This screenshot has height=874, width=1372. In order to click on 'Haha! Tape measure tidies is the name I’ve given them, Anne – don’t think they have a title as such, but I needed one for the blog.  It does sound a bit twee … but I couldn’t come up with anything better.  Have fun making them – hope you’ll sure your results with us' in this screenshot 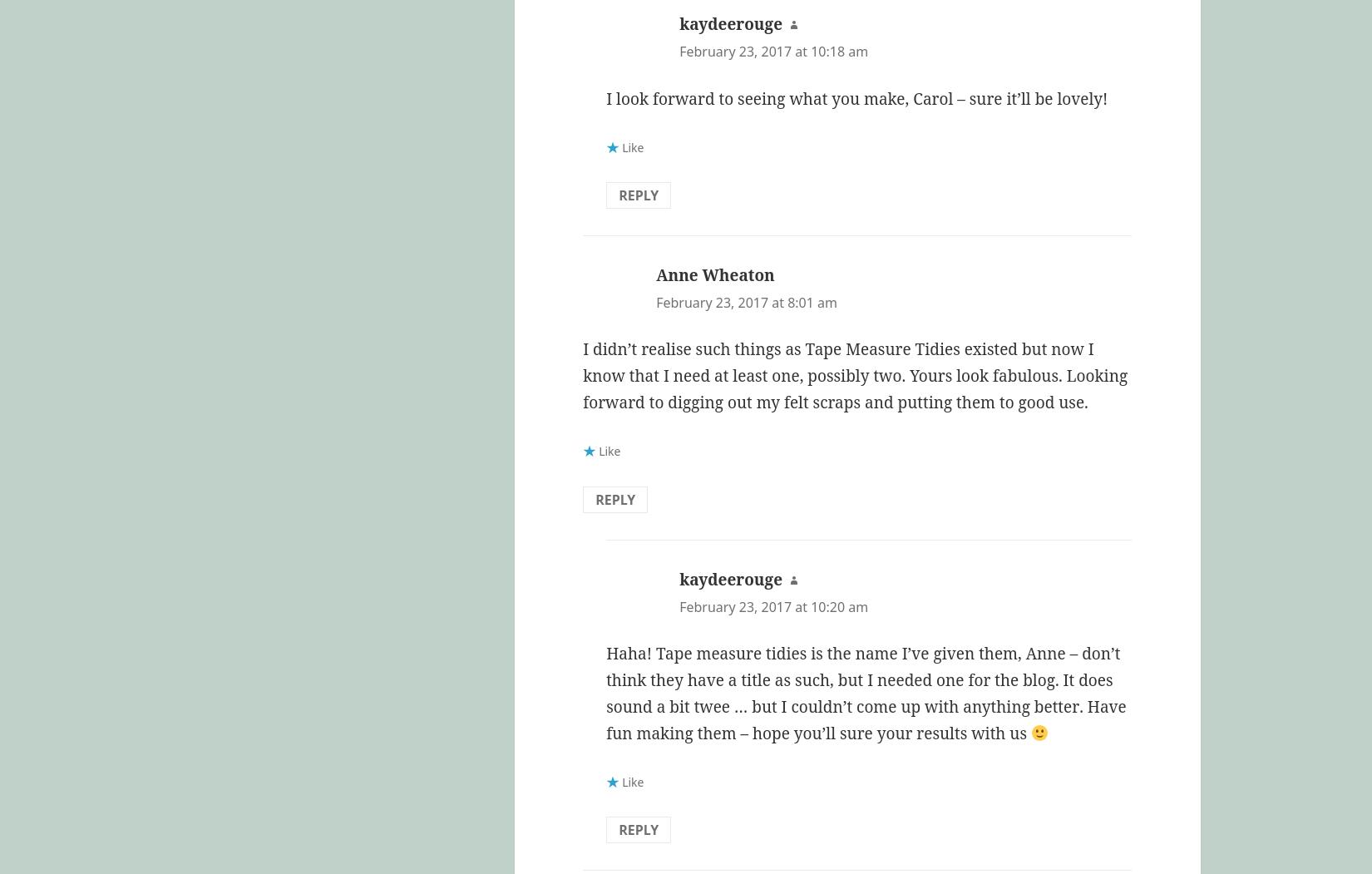, I will do `click(866, 693)`.